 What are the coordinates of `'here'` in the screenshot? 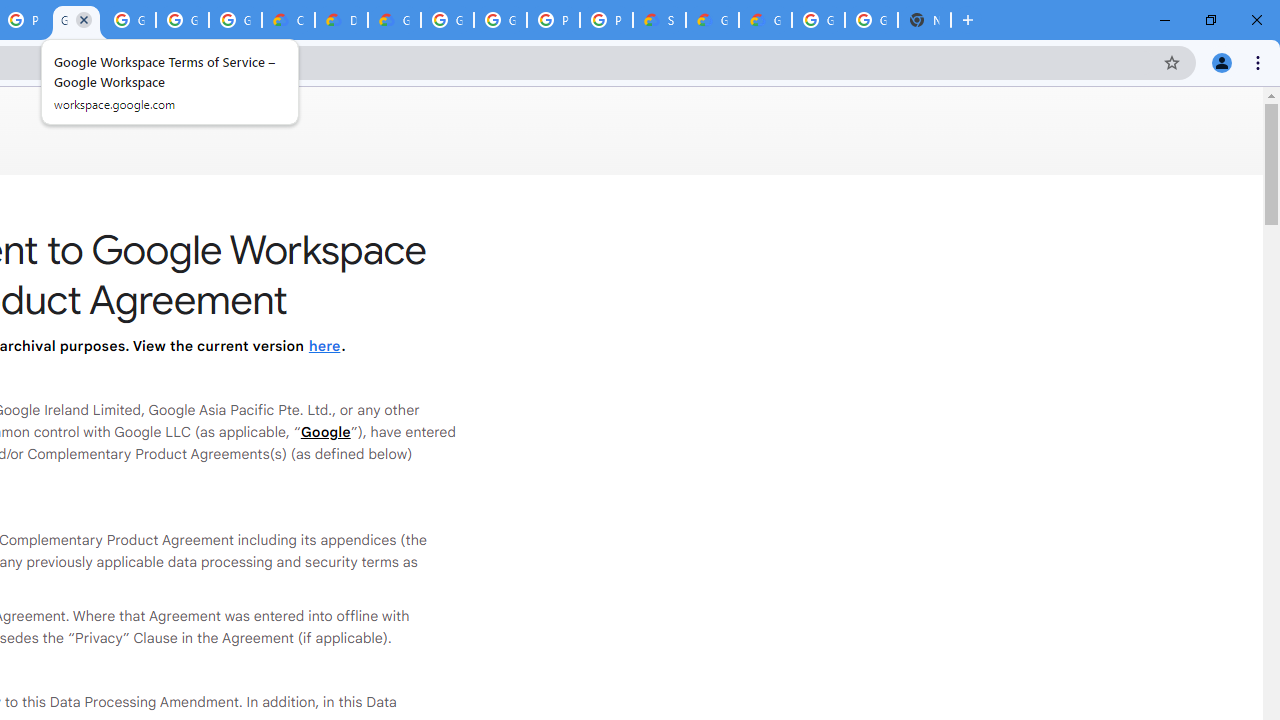 It's located at (324, 344).